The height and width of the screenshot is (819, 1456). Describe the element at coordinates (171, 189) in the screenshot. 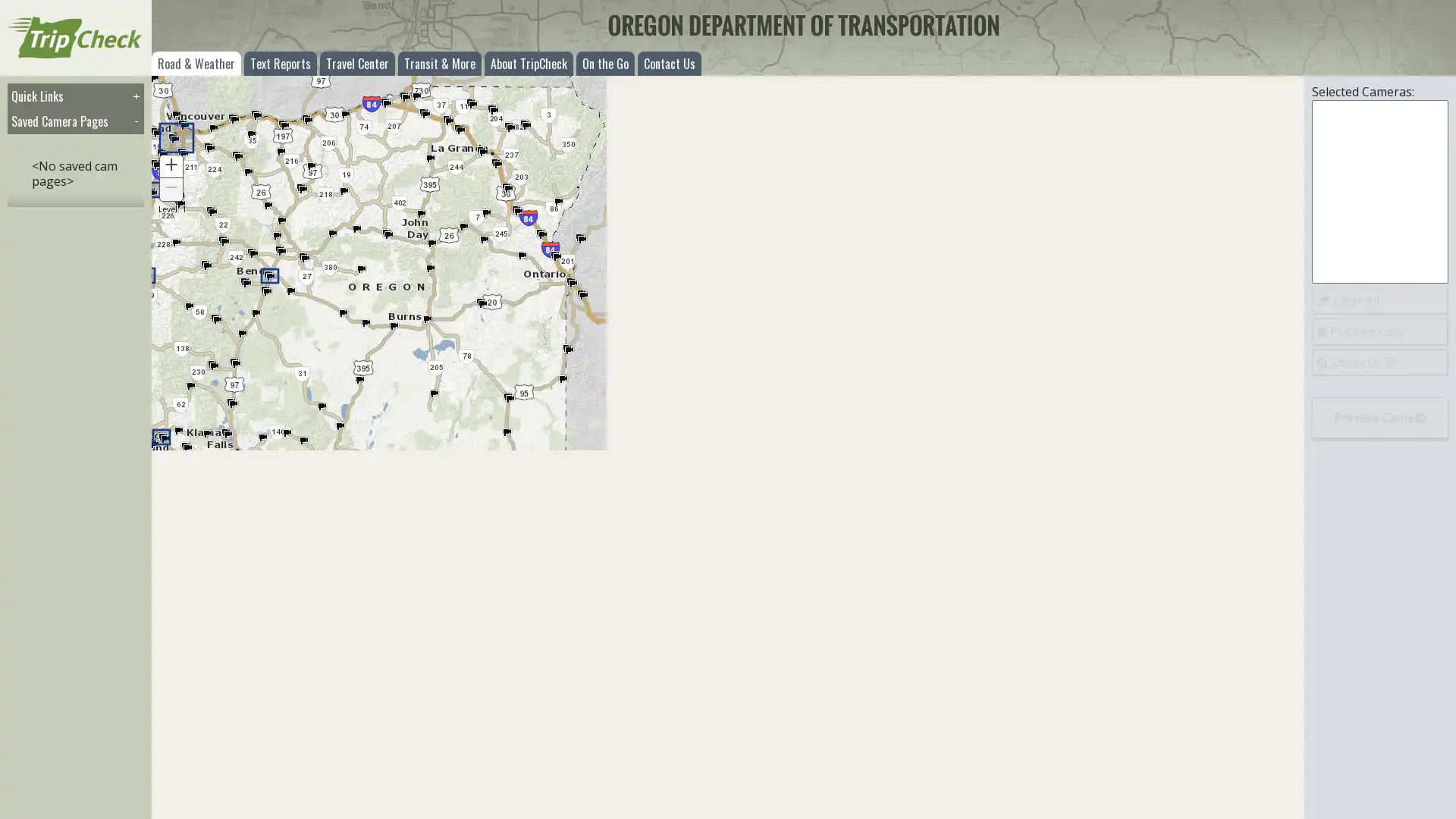

I see `Zoom Out` at that location.